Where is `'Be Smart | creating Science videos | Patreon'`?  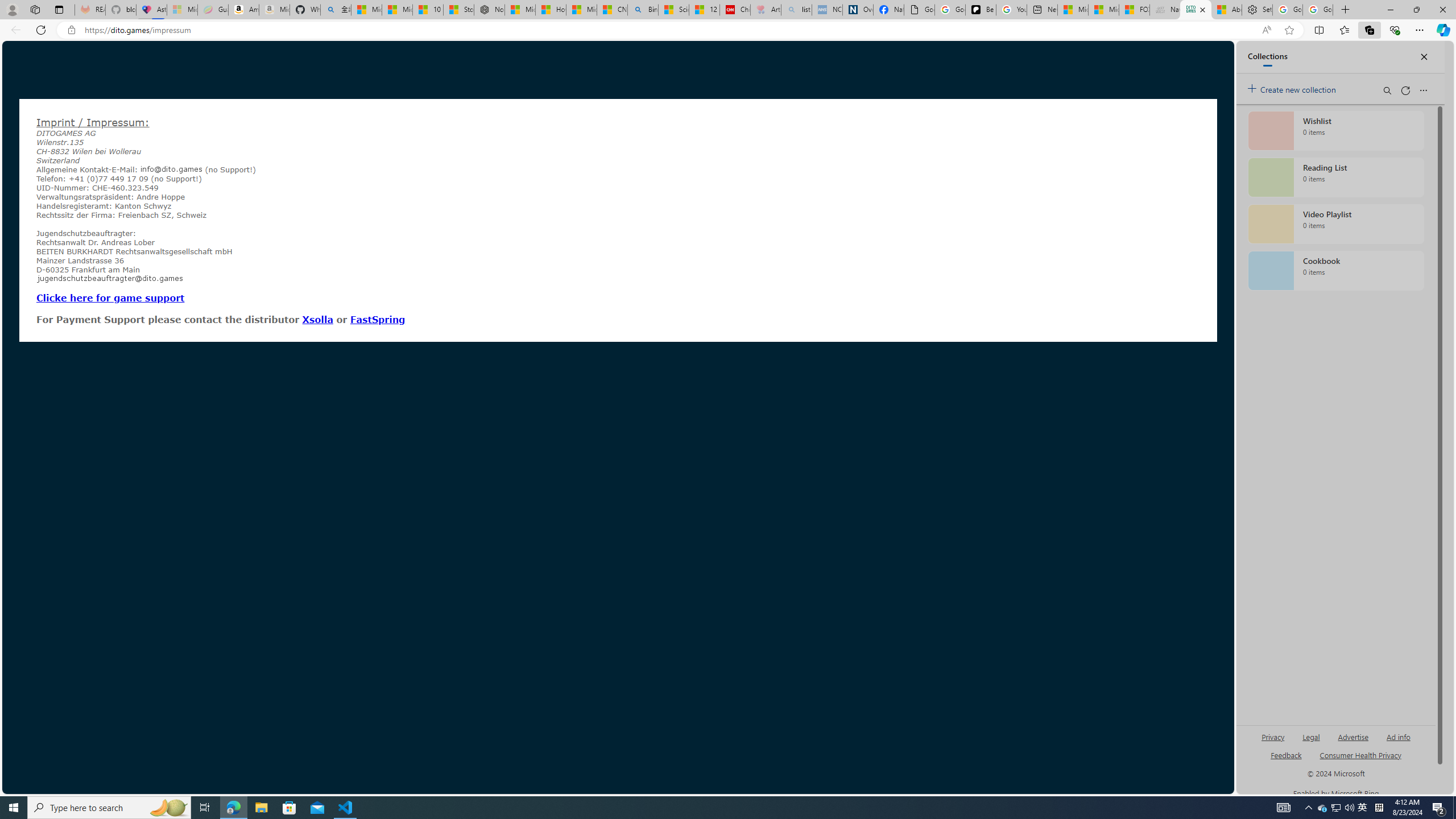
'Be Smart | creating Science videos | Patreon' is located at coordinates (981, 9).